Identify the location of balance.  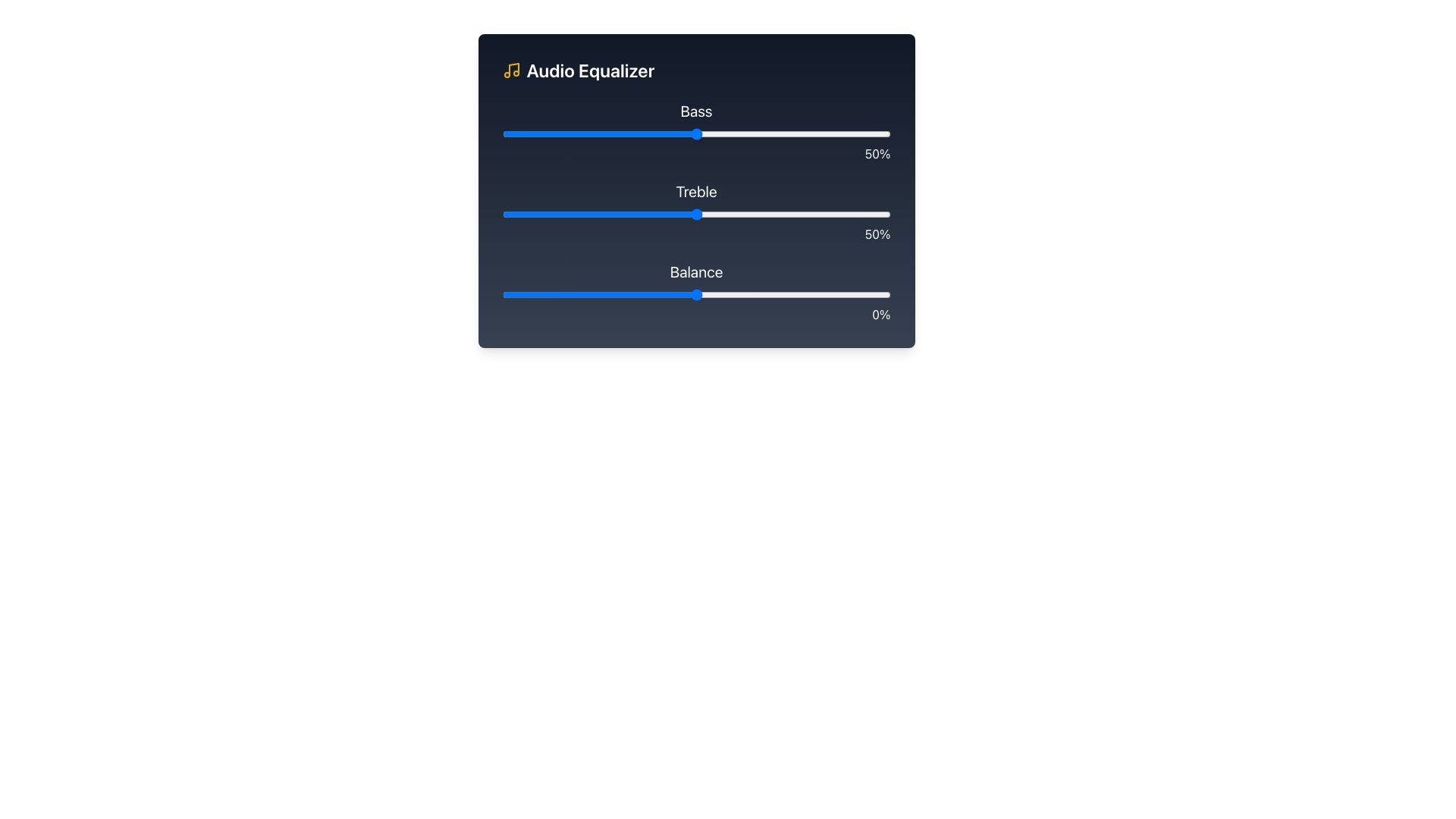
(812, 295).